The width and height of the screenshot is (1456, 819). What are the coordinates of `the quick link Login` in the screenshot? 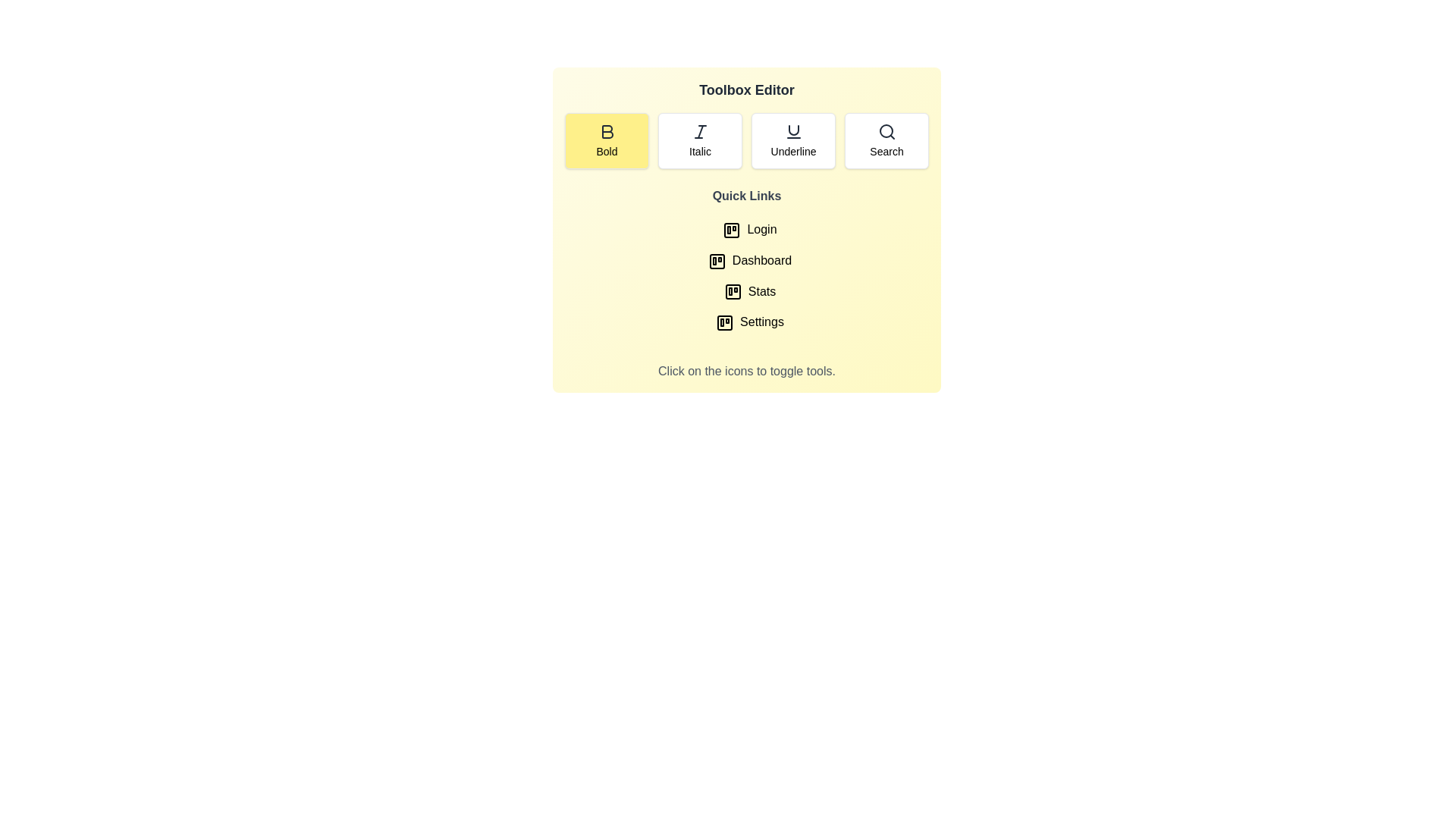 It's located at (746, 230).